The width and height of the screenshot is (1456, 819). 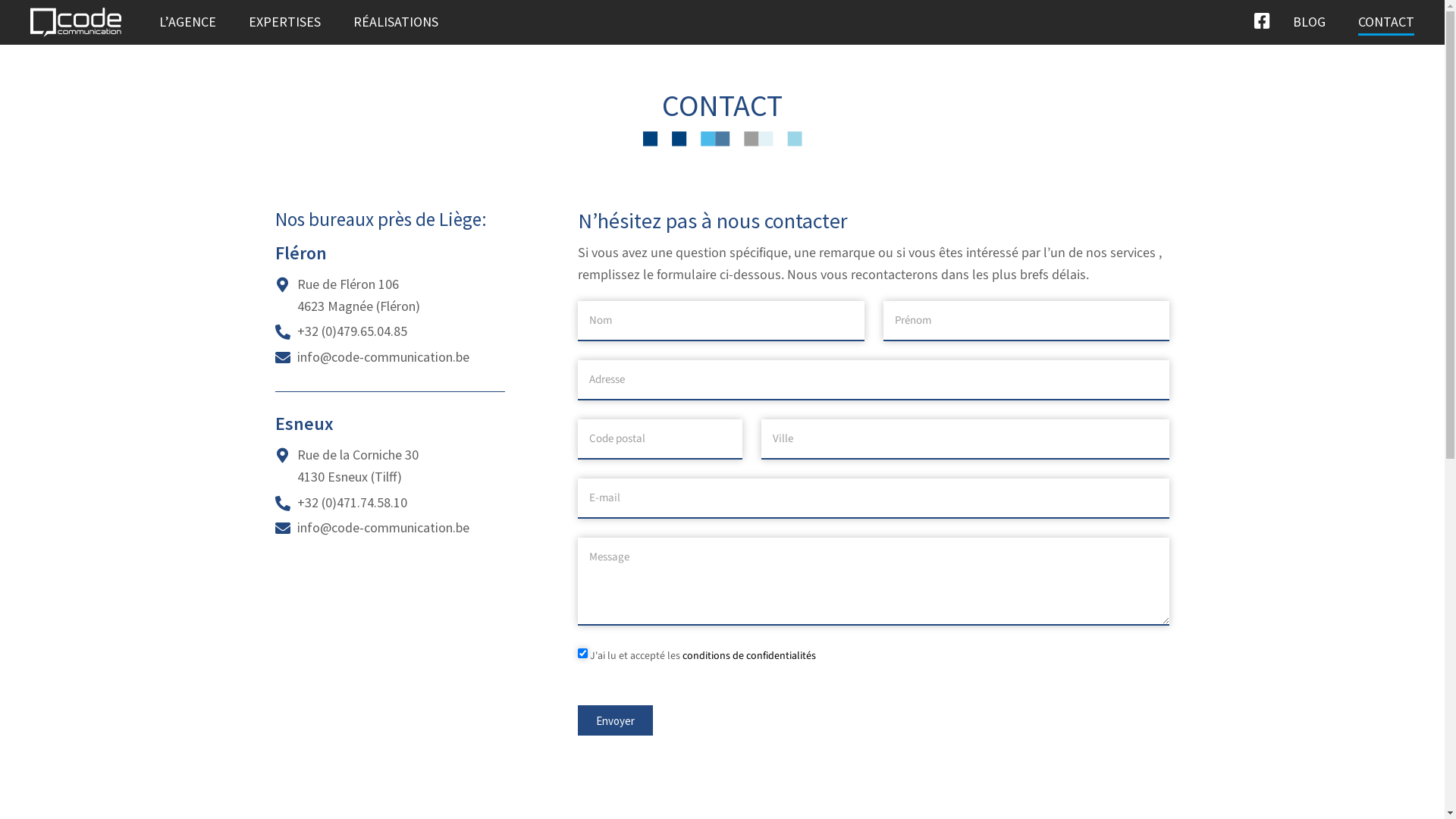 What do you see at coordinates (615, 719) in the screenshot?
I see `'Envoyer'` at bounding box center [615, 719].